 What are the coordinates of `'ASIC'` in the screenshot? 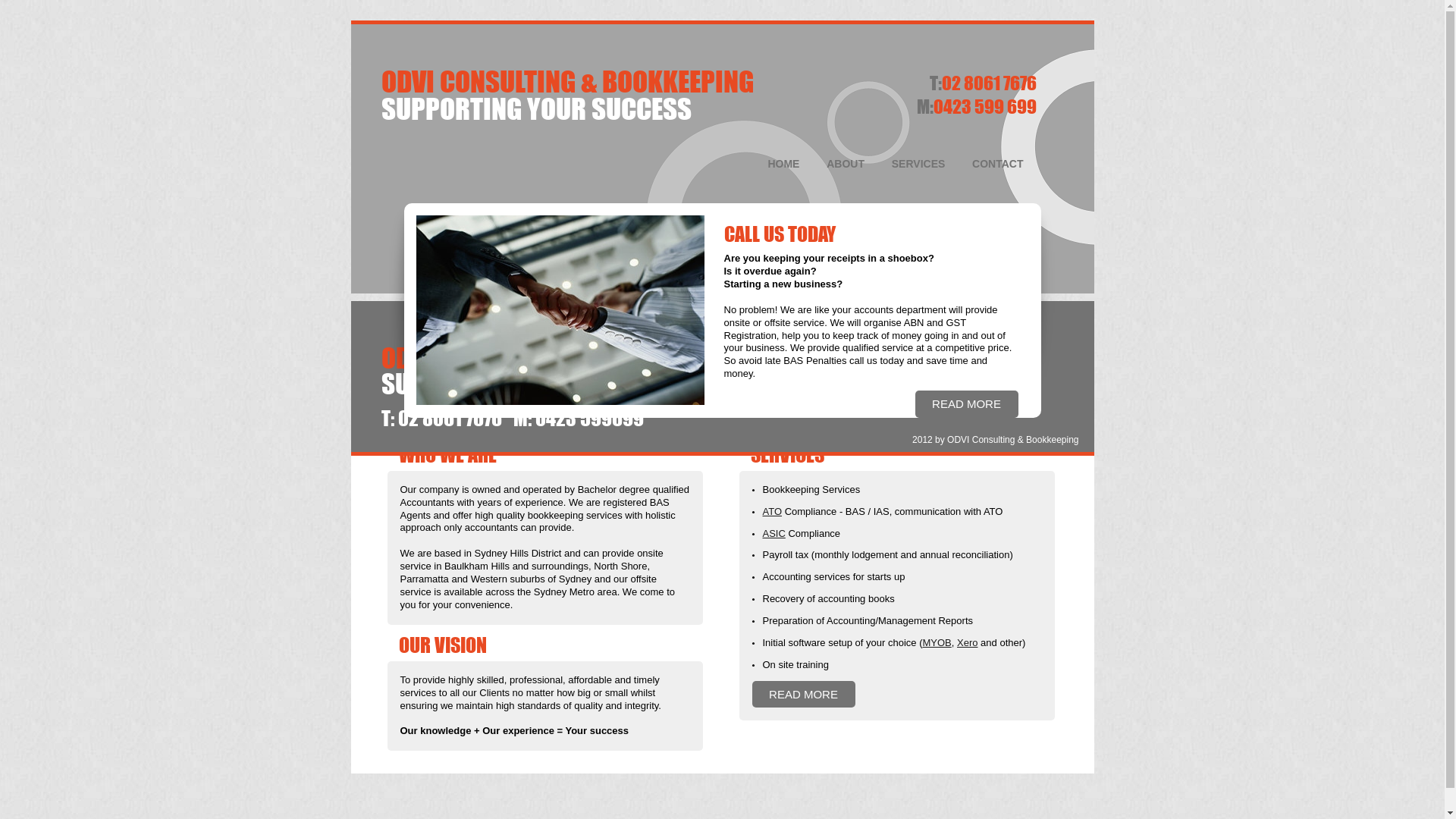 It's located at (763, 532).